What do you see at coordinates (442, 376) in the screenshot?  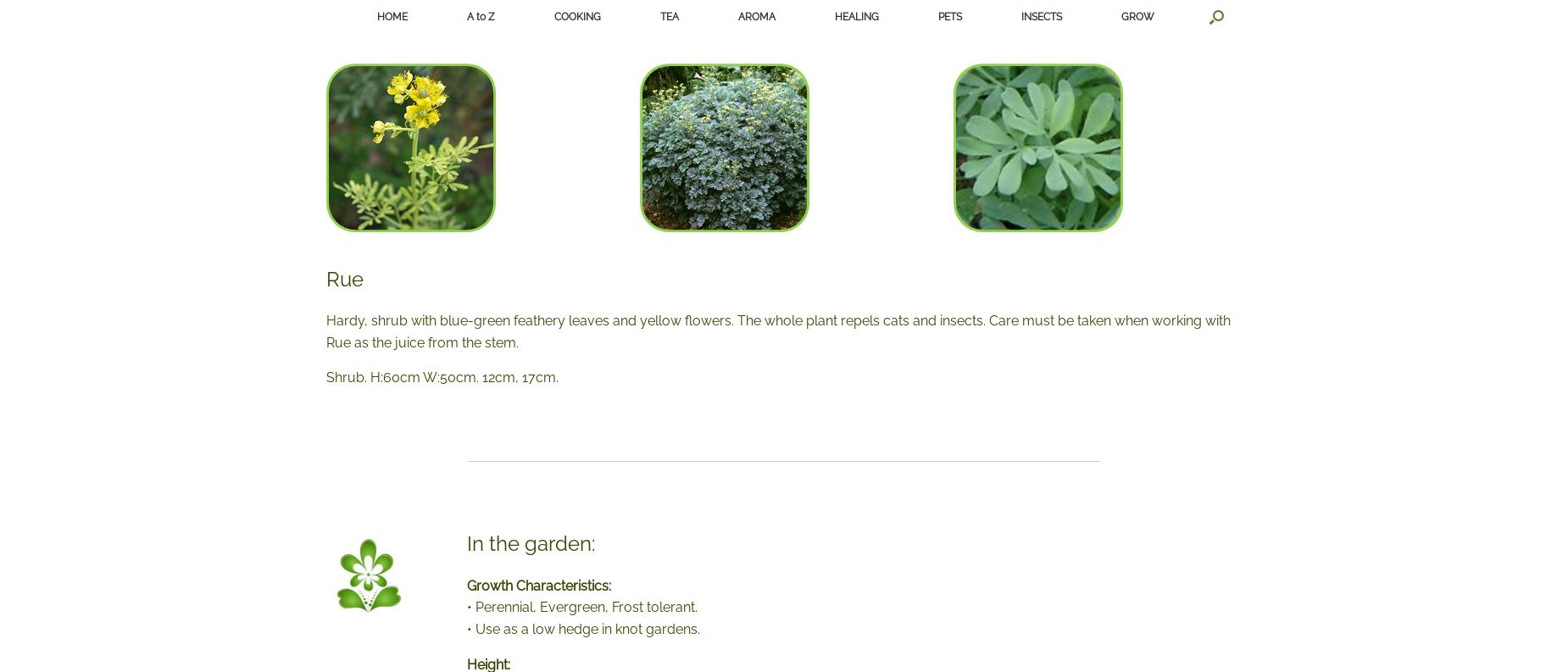 I see `'Shrub. H:60cm W:50cm. 12cm, 17cm.'` at bounding box center [442, 376].